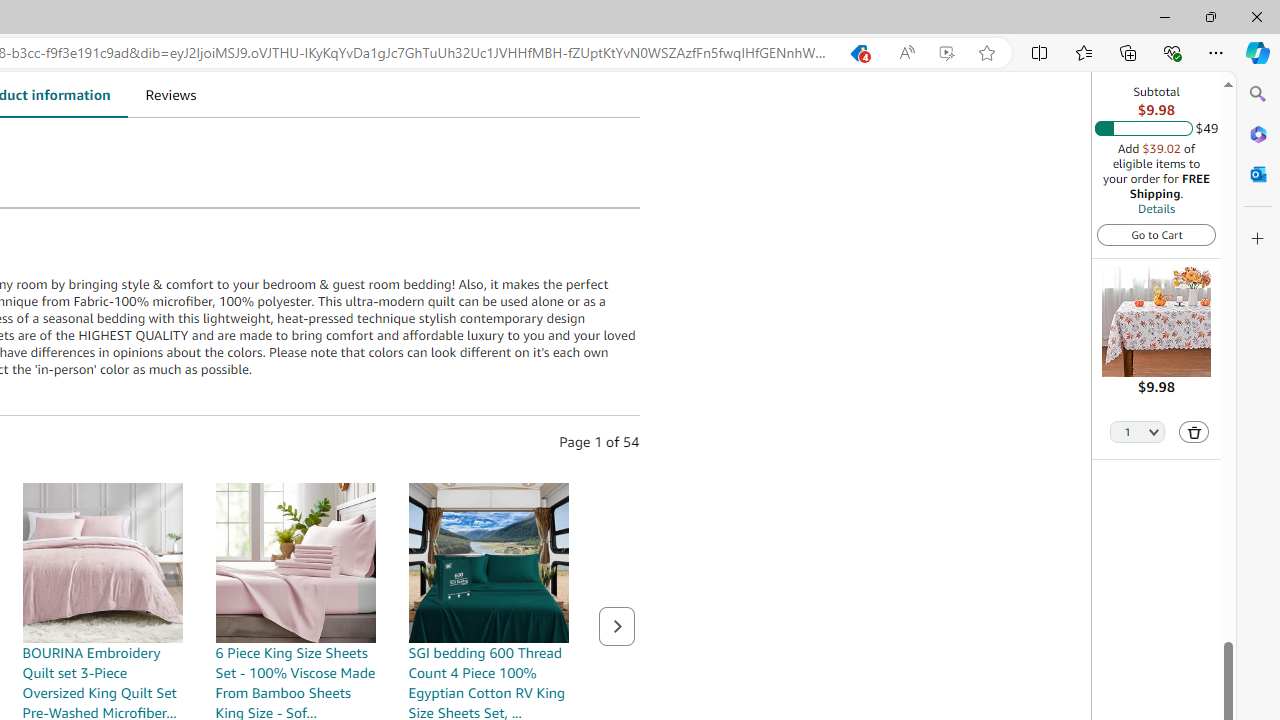 The image size is (1280, 720). I want to click on 'Next page of related Sponsored Products', so click(615, 625).